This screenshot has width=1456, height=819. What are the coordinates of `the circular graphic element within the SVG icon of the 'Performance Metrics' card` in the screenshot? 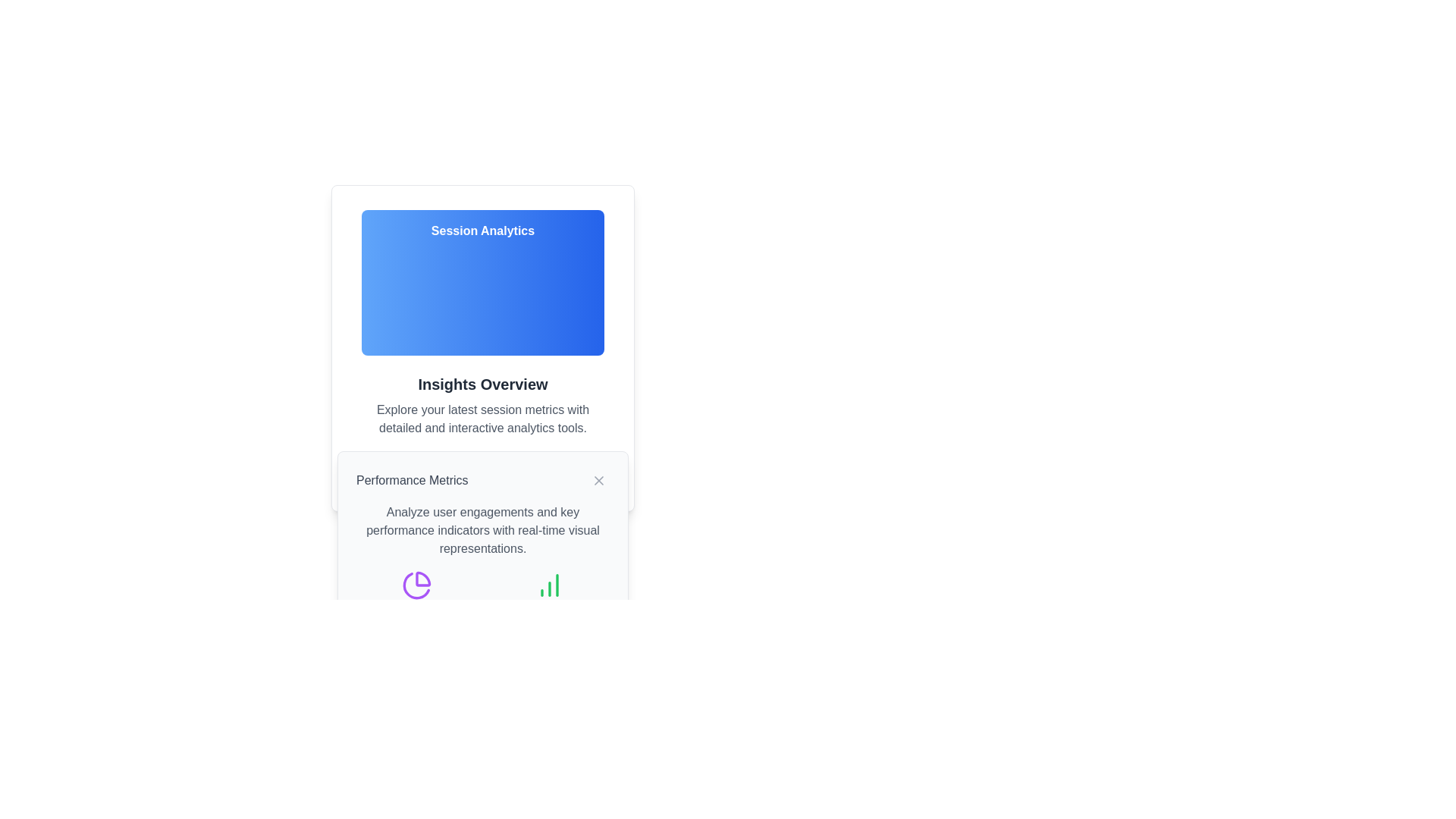 It's located at (446, 470).